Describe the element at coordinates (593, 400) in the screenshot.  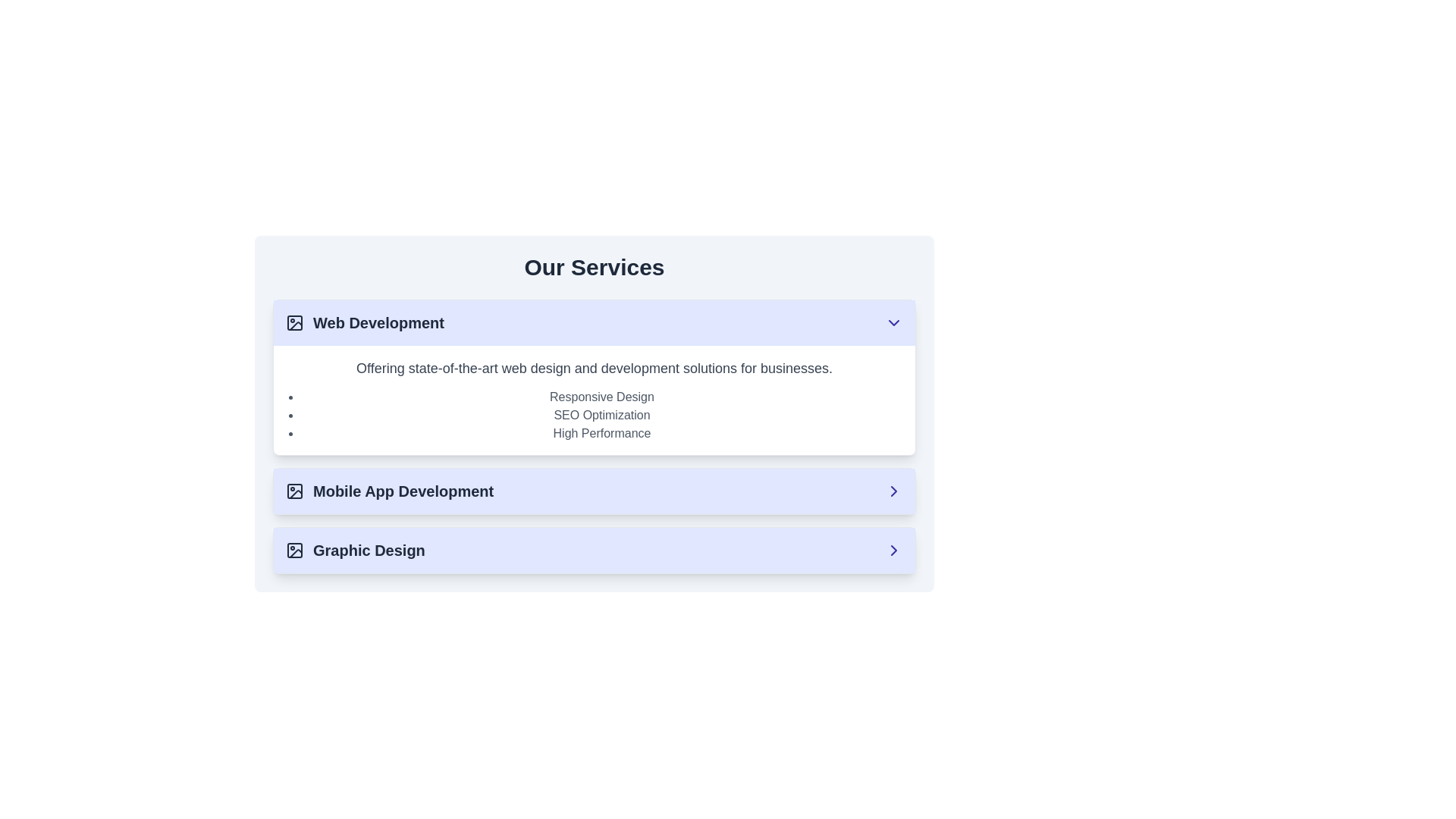
I see `descriptive text block located beneath the 'Web Development' section, which provides an overview and highlights key features in a structured format` at that location.